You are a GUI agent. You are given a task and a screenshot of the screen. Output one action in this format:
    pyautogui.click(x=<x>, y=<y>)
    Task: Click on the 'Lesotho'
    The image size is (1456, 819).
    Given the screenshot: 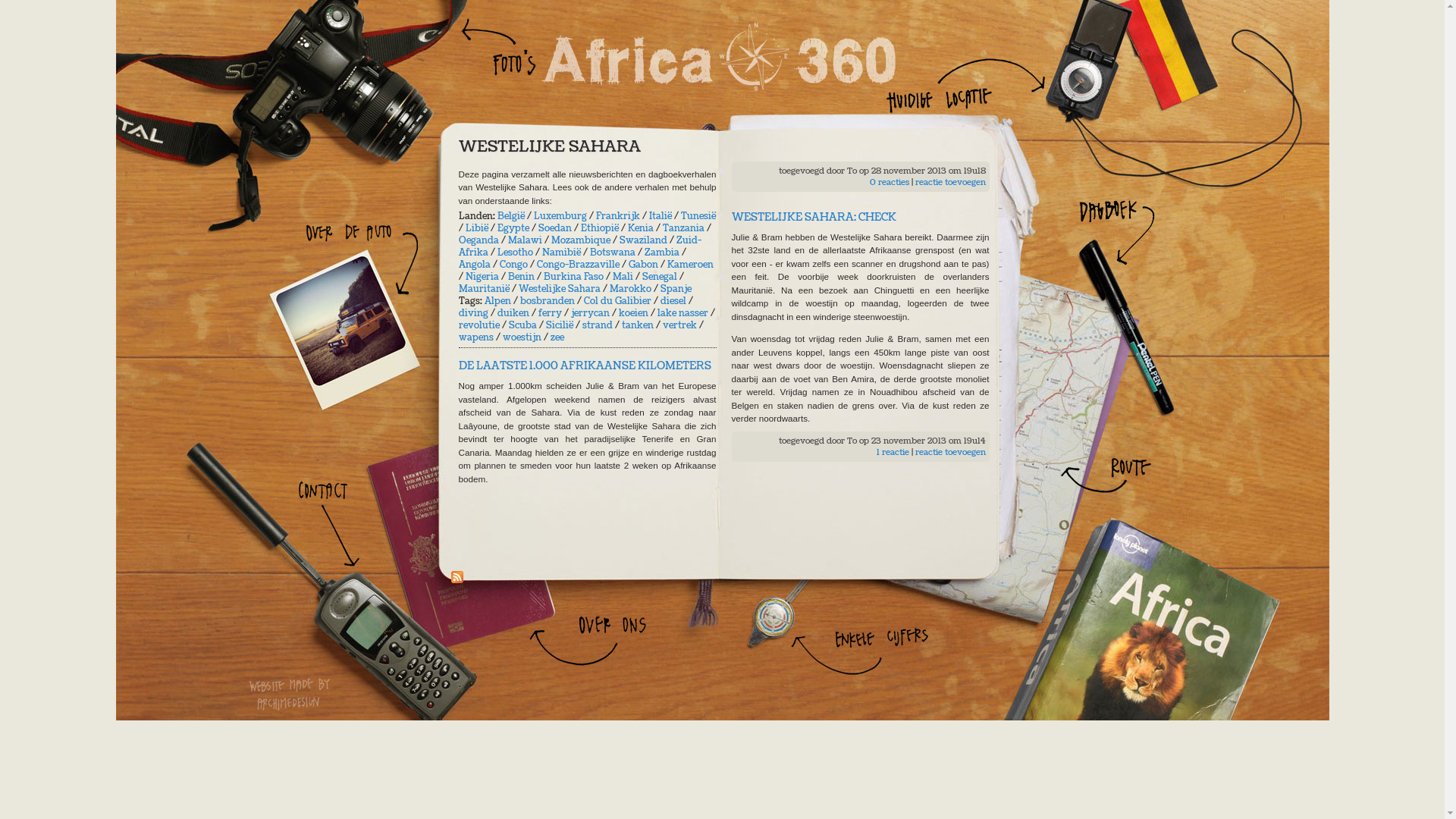 What is the action you would take?
    pyautogui.click(x=515, y=251)
    